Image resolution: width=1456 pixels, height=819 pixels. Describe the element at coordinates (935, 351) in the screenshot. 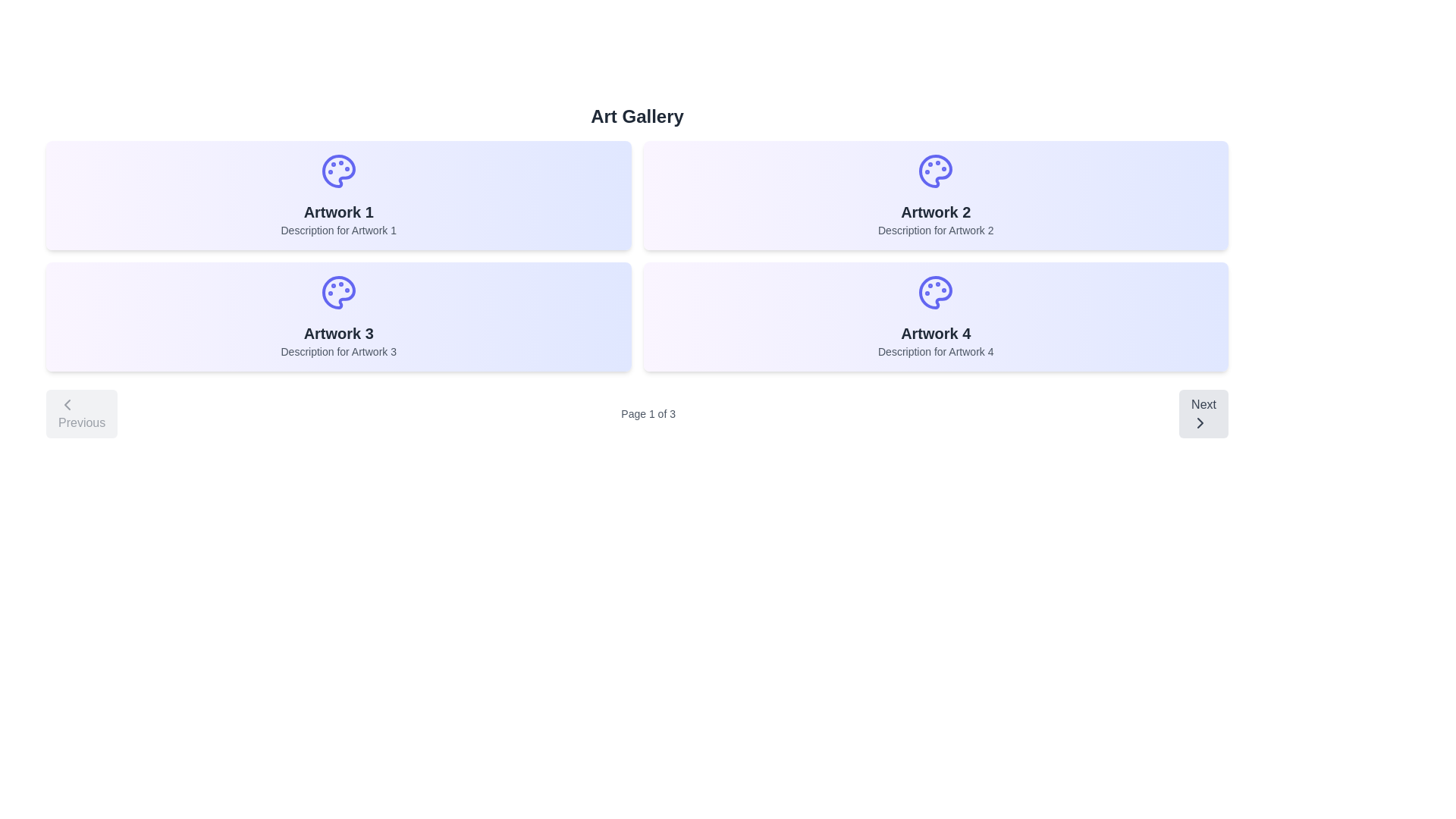

I see `the text label displaying 'Description for Artwork 4' located below the header 'Artwork 4' in the bottom-right card of the artwork grid` at that location.